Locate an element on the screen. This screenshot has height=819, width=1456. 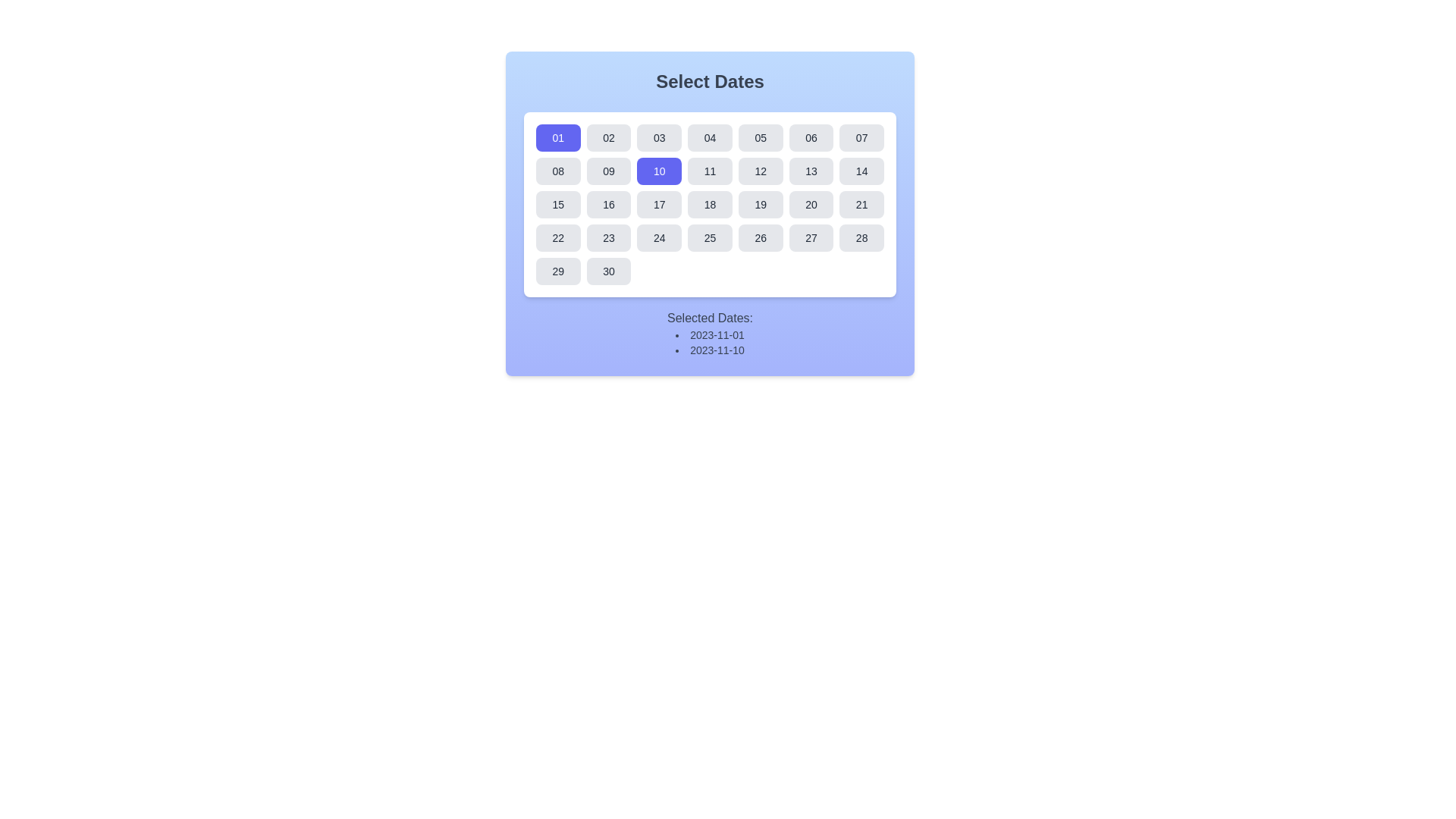
the button in the third row, first column of the grid layout within the white card interface is located at coordinates (557, 205).